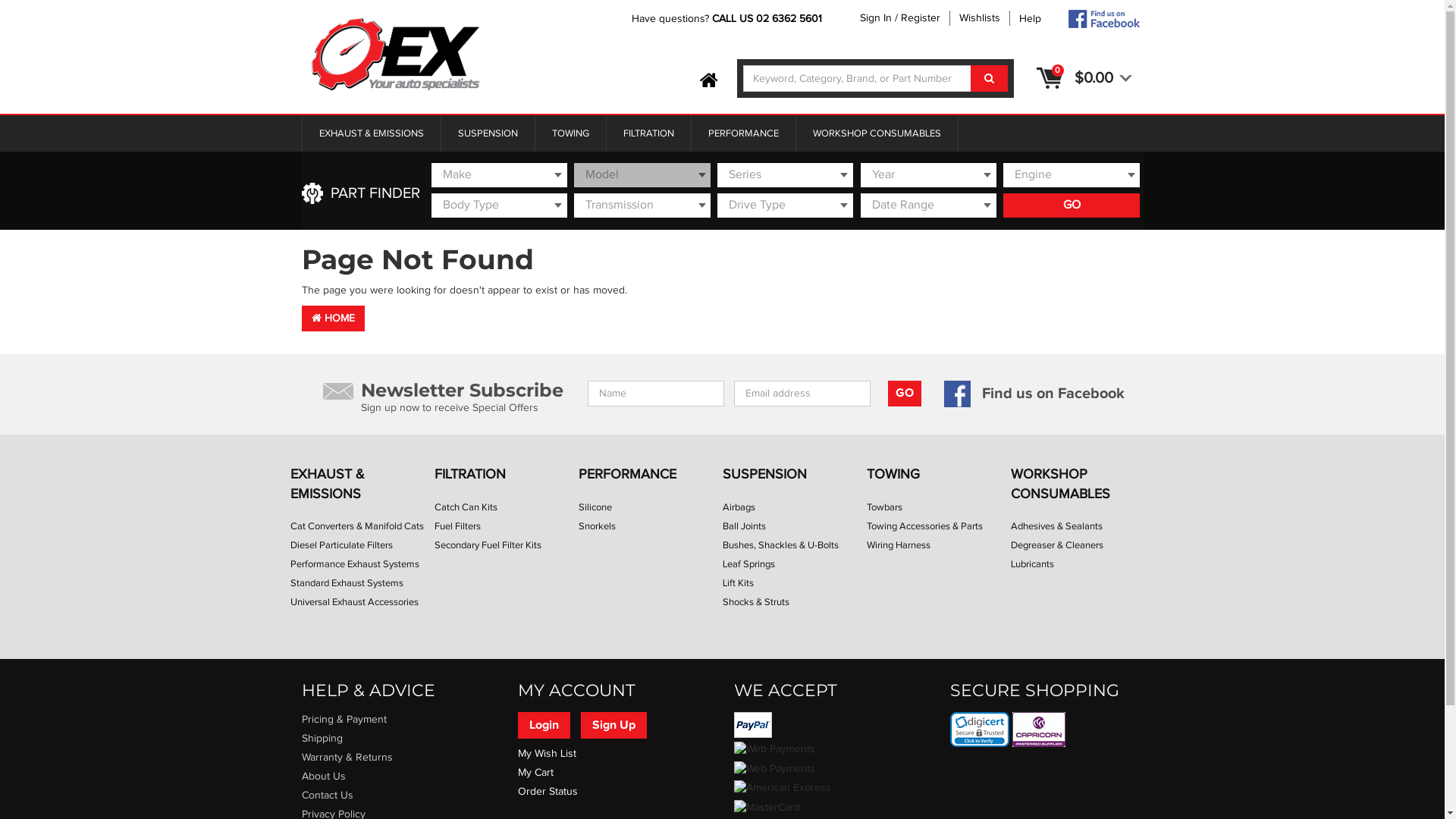 The width and height of the screenshot is (1456, 819). What do you see at coordinates (1033, 393) in the screenshot?
I see `'Find us on Facebook'` at bounding box center [1033, 393].